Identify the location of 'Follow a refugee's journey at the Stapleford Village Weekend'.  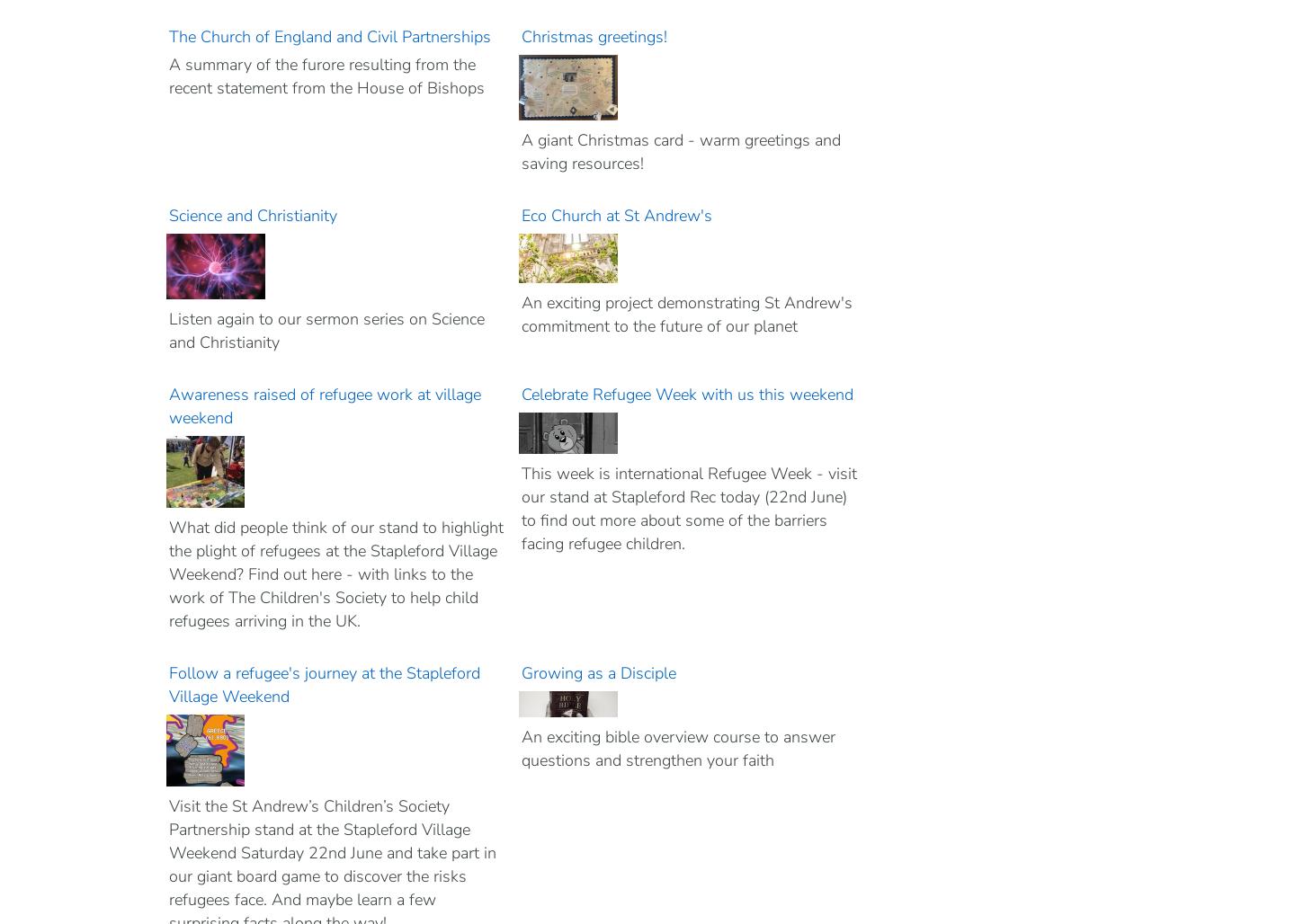
(324, 683).